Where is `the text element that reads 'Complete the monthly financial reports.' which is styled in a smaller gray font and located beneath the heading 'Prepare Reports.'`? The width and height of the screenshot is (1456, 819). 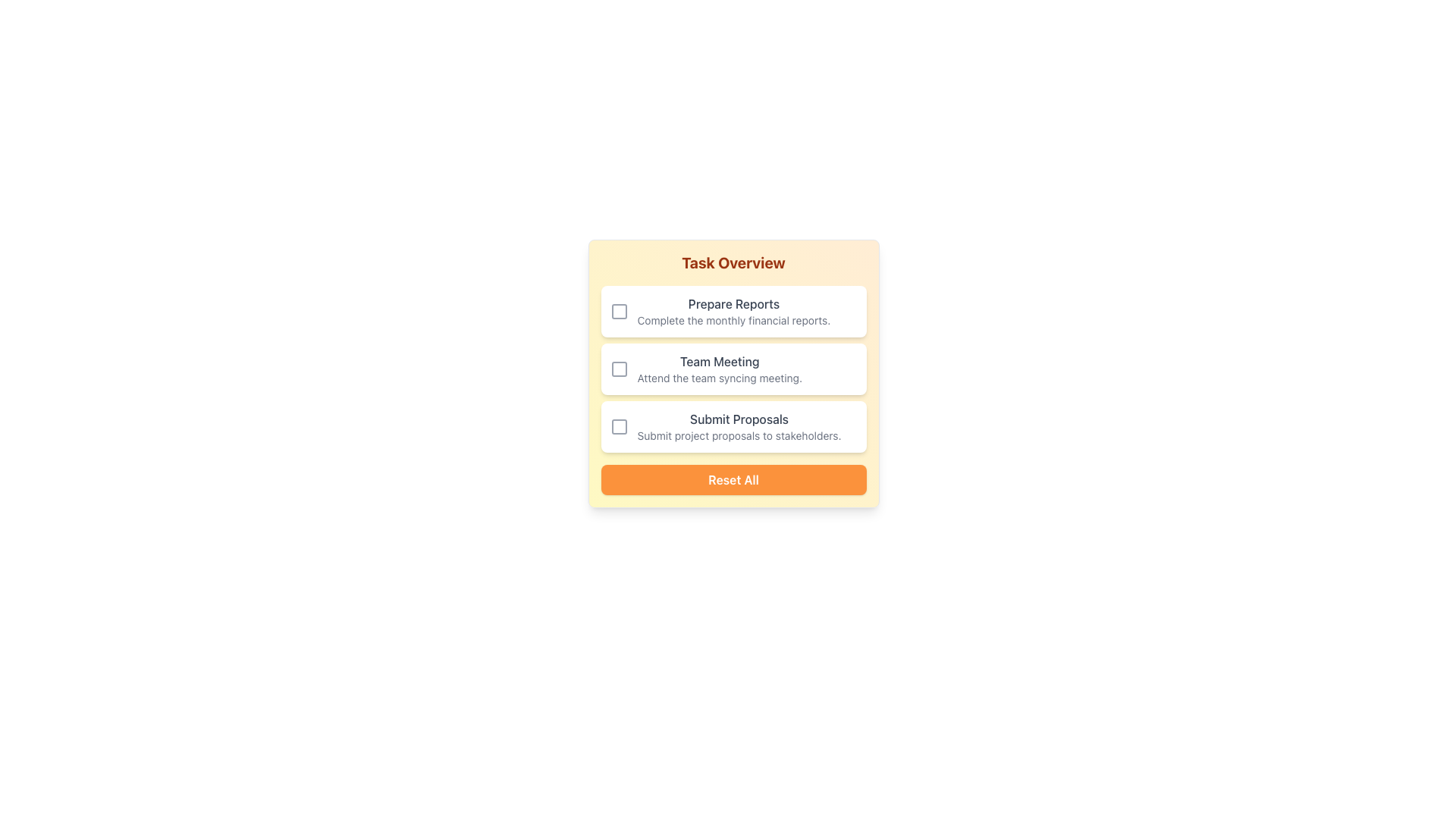
the text element that reads 'Complete the monthly financial reports.' which is styled in a smaller gray font and located beneath the heading 'Prepare Reports.' is located at coordinates (733, 320).